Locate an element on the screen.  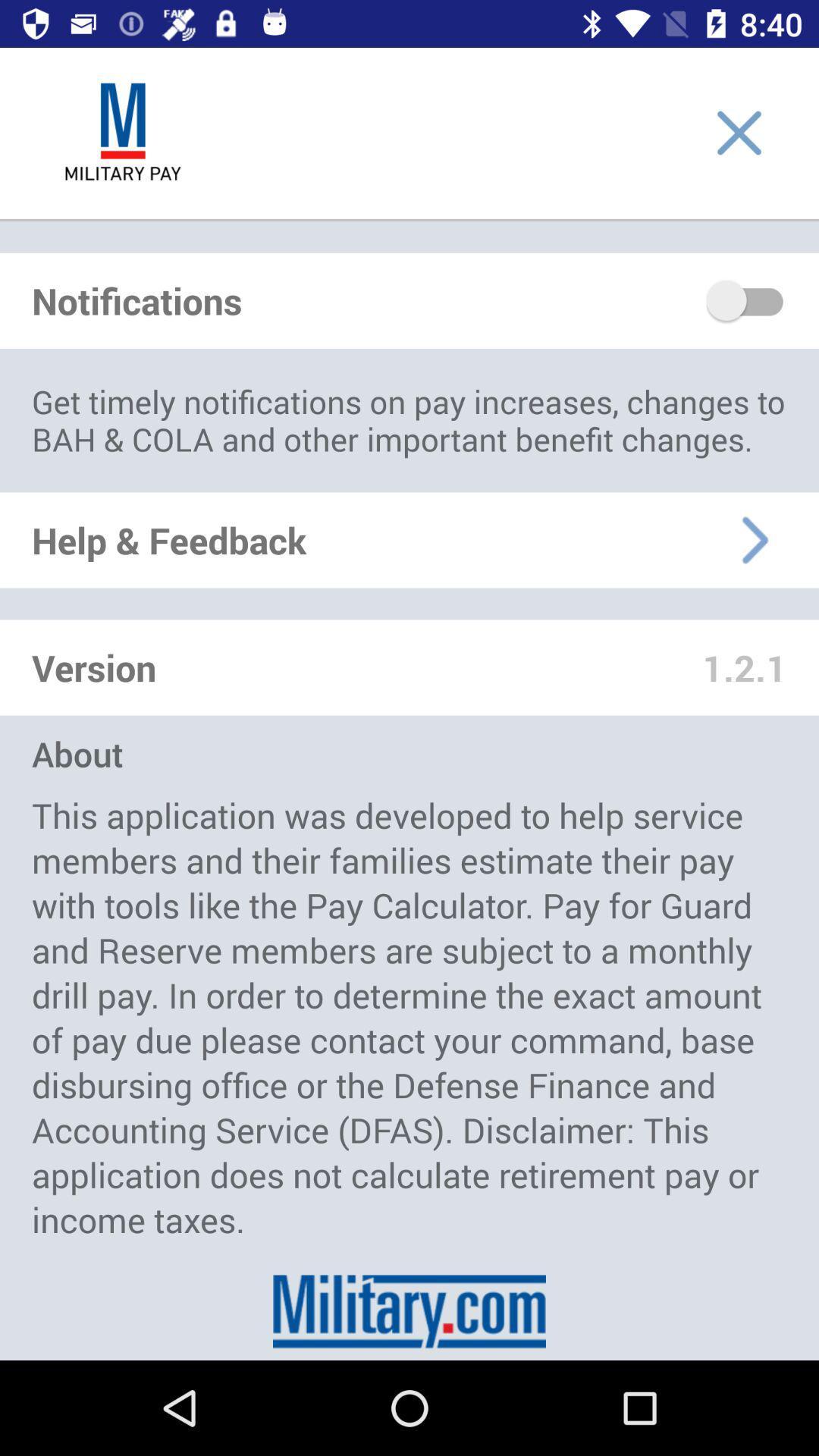
the notifications is located at coordinates (745, 300).